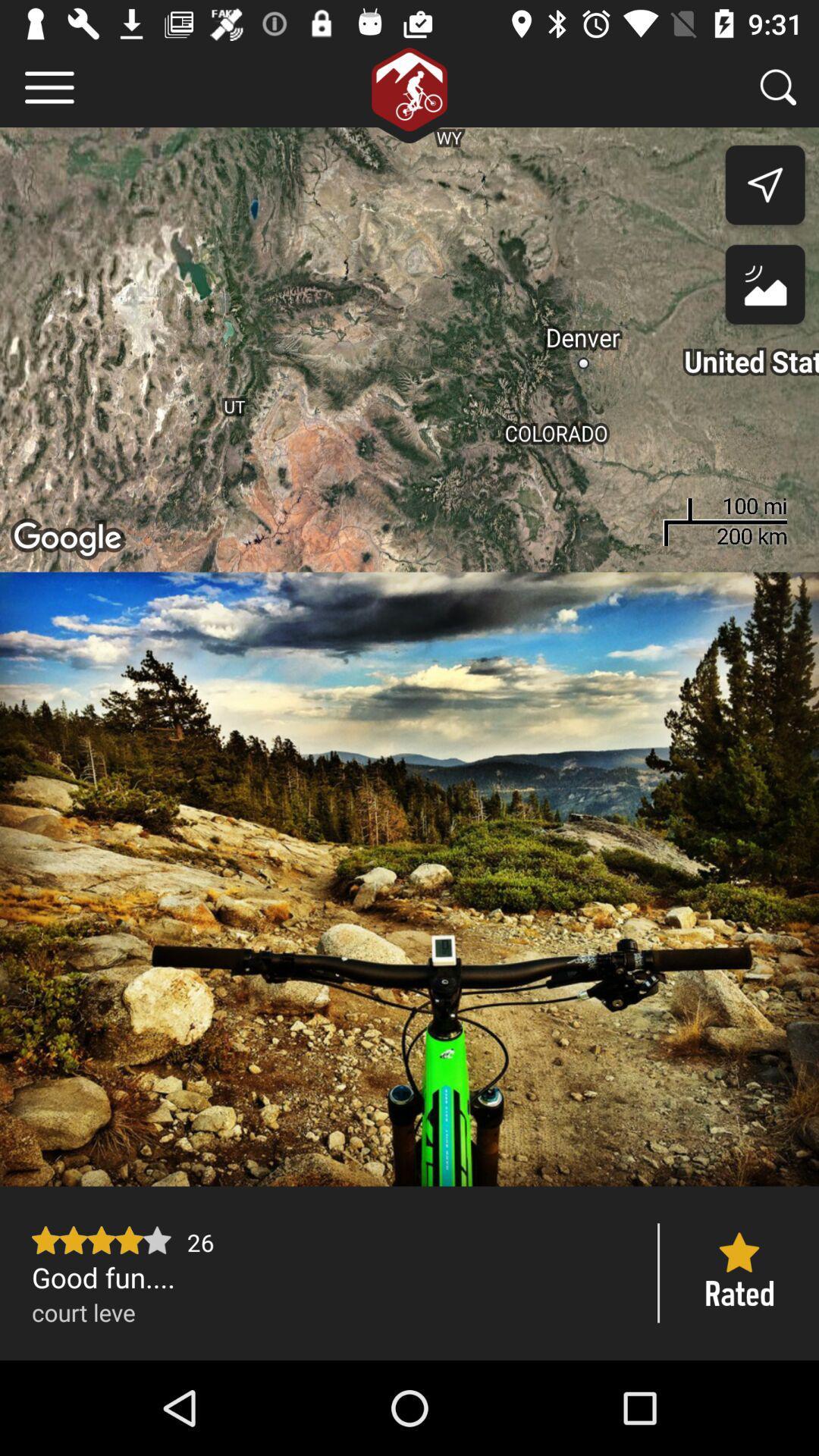 This screenshot has width=819, height=1456. What do you see at coordinates (409, 879) in the screenshot?
I see `open trail view` at bounding box center [409, 879].